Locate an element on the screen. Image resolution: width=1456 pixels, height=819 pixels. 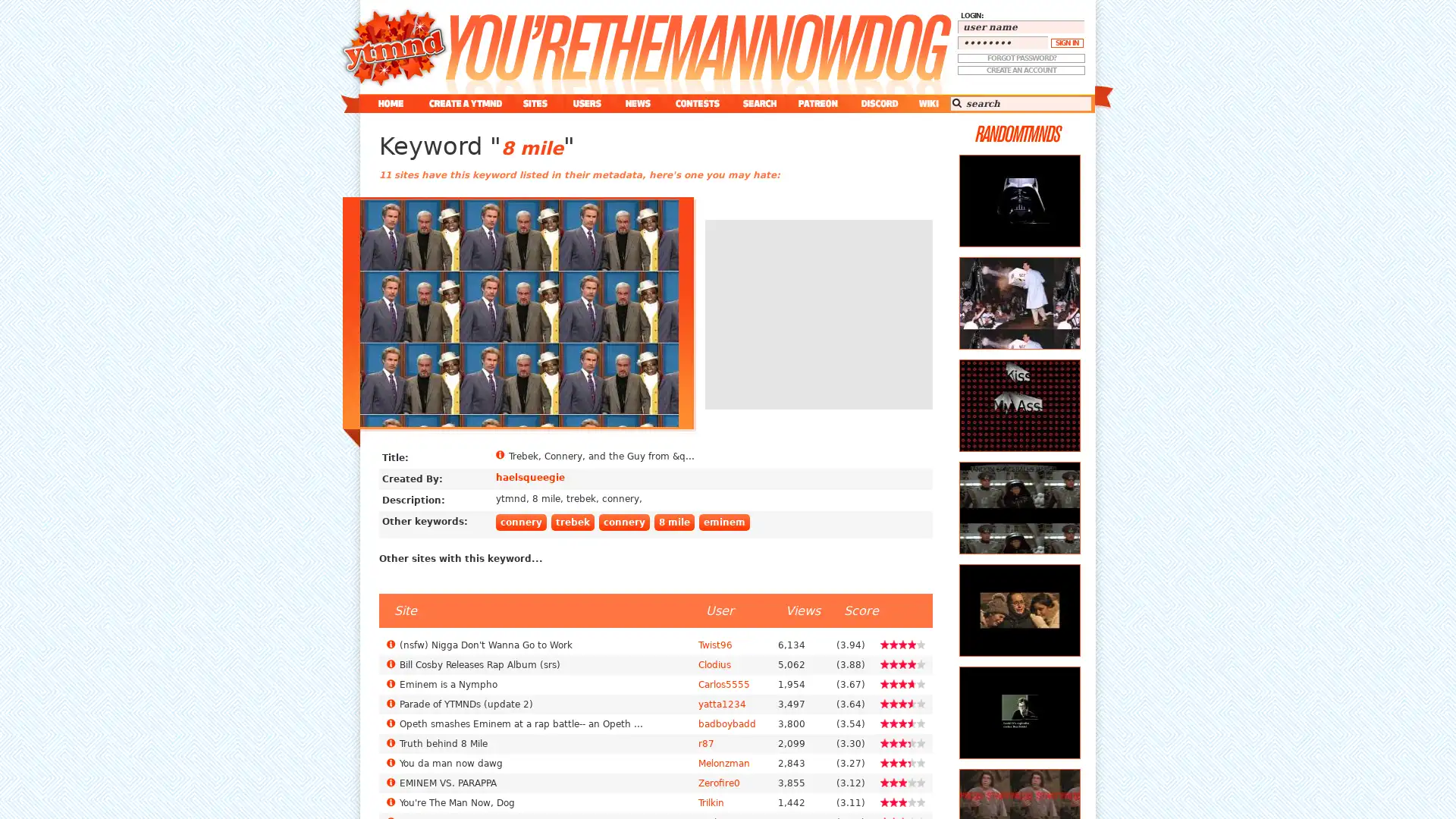
sign in is located at coordinates (1066, 42).